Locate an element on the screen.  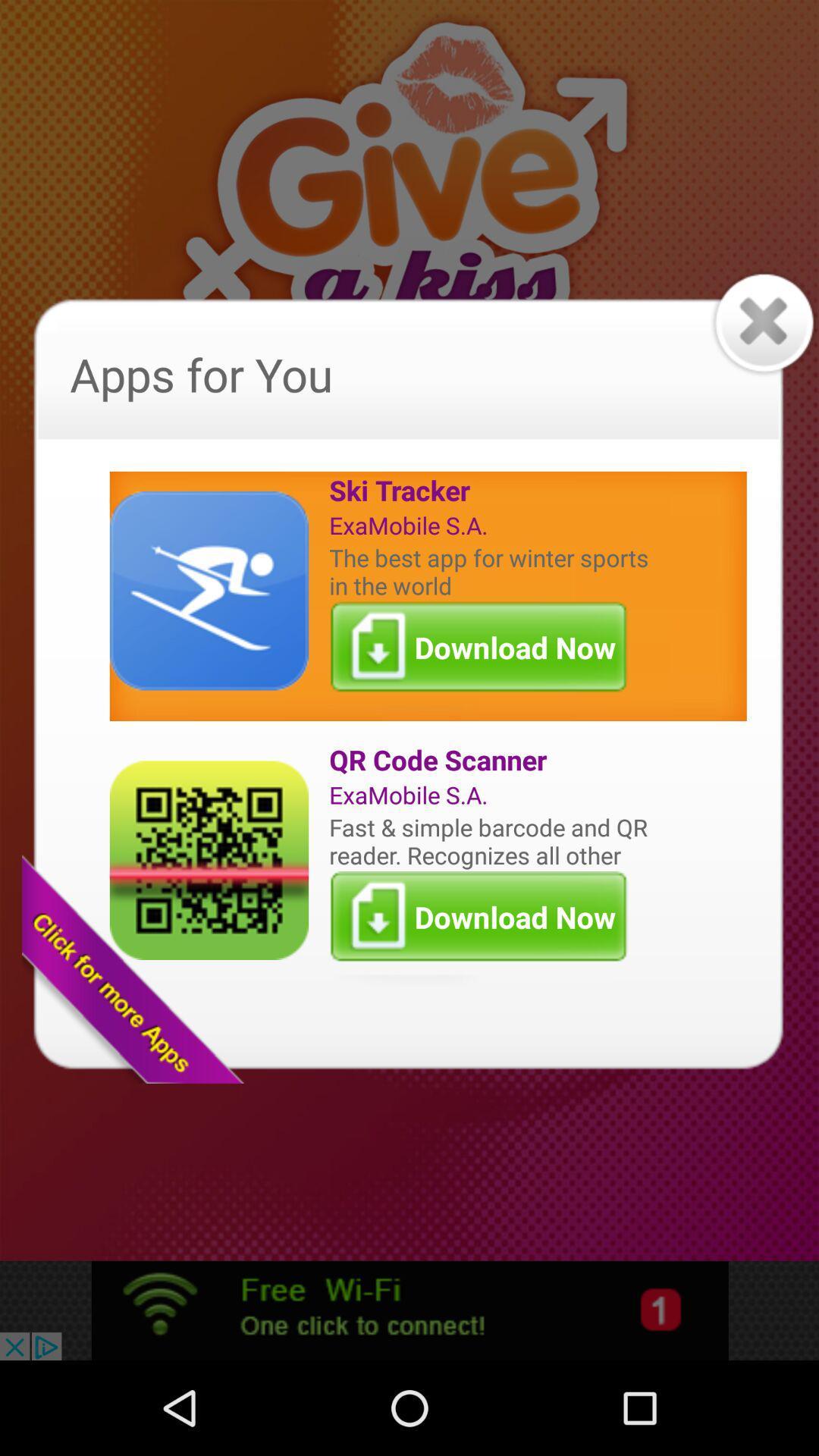
item above download now icon is located at coordinates (492, 570).